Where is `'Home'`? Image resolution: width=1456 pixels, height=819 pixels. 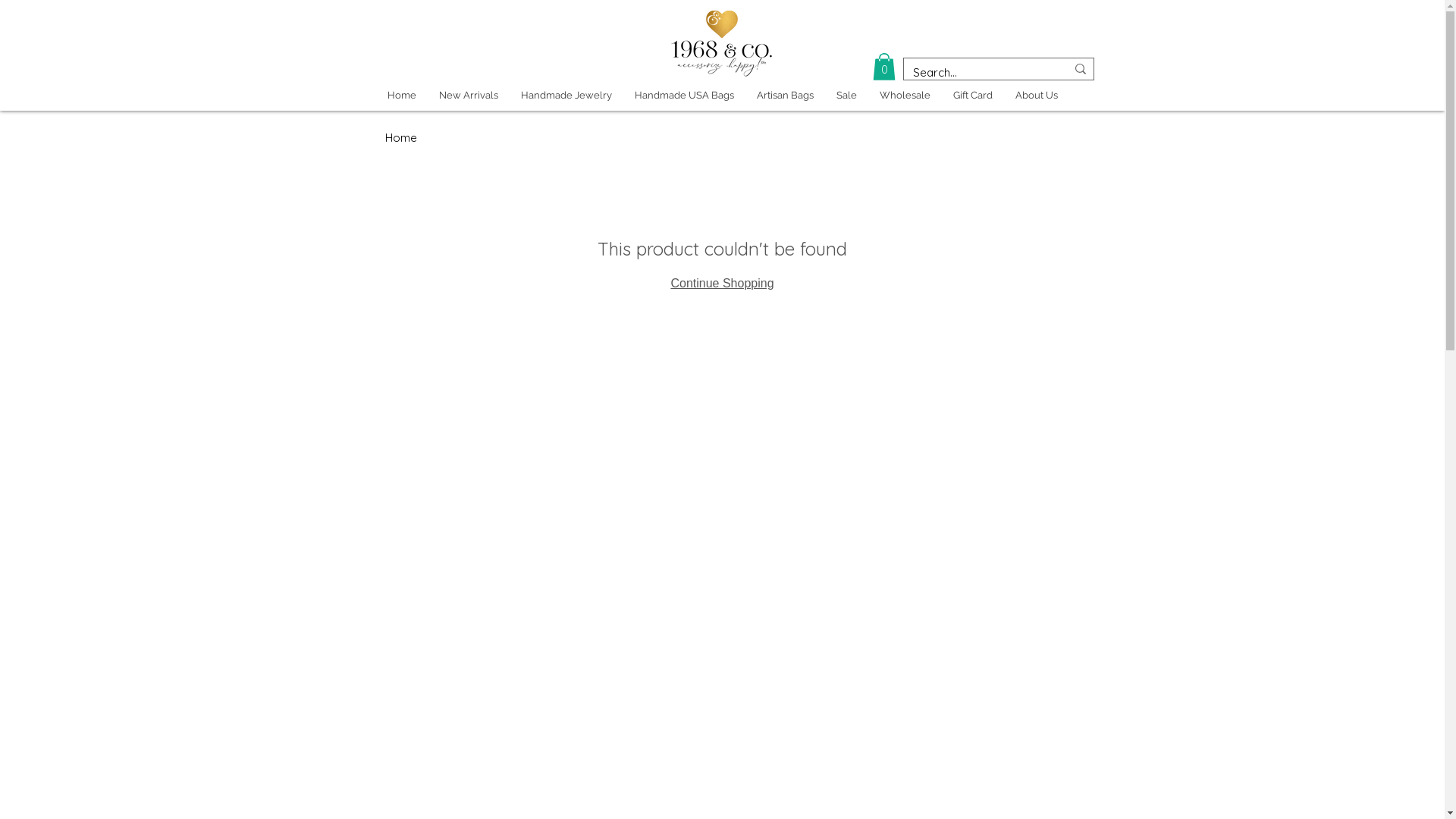
'Home' is located at coordinates (401, 96).